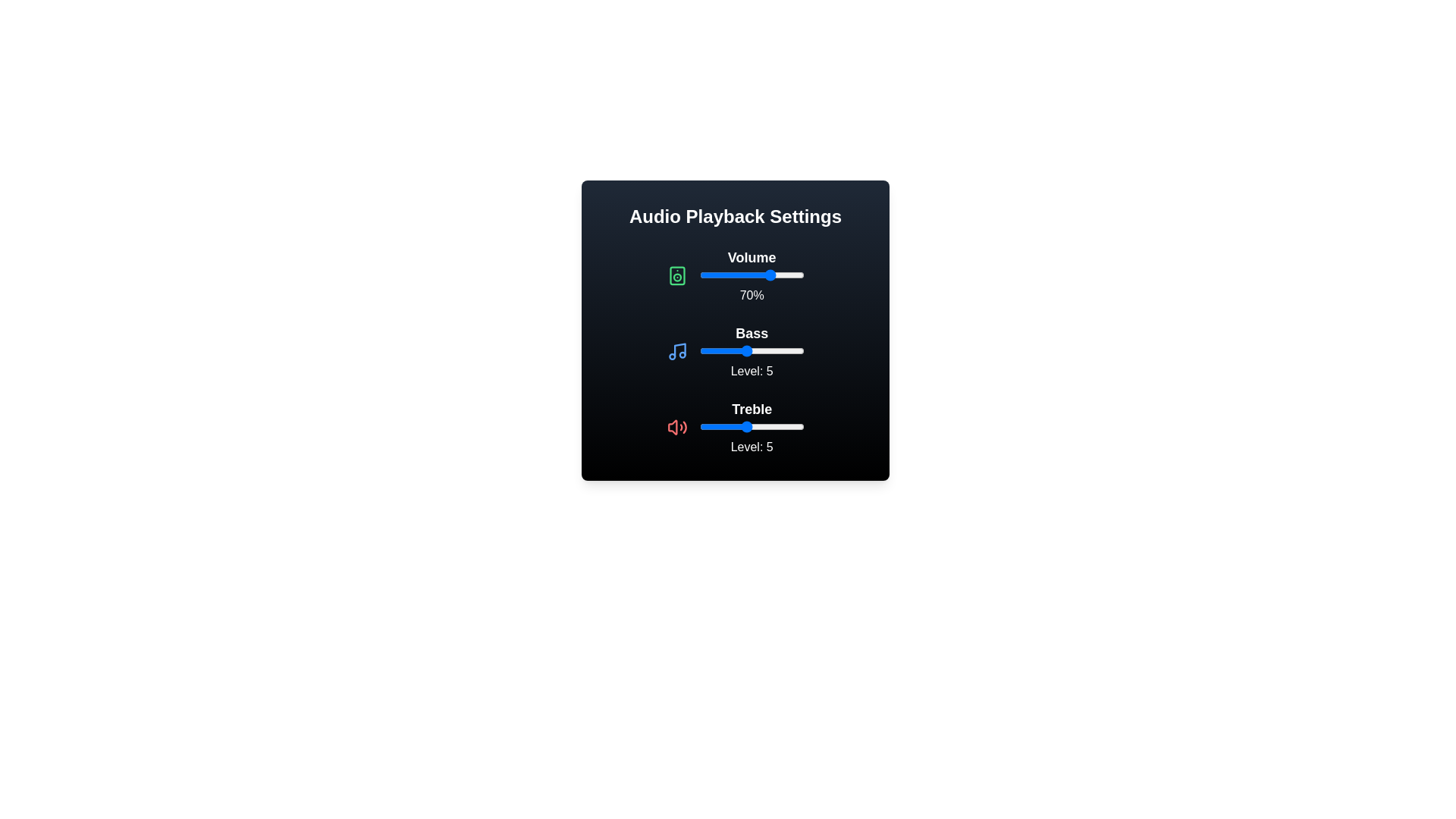 Image resolution: width=1456 pixels, height=819 pixels. What do you see at coordinates (711, 350) in the screenshot?
I see `bass level` at bounding box center [711, 350].